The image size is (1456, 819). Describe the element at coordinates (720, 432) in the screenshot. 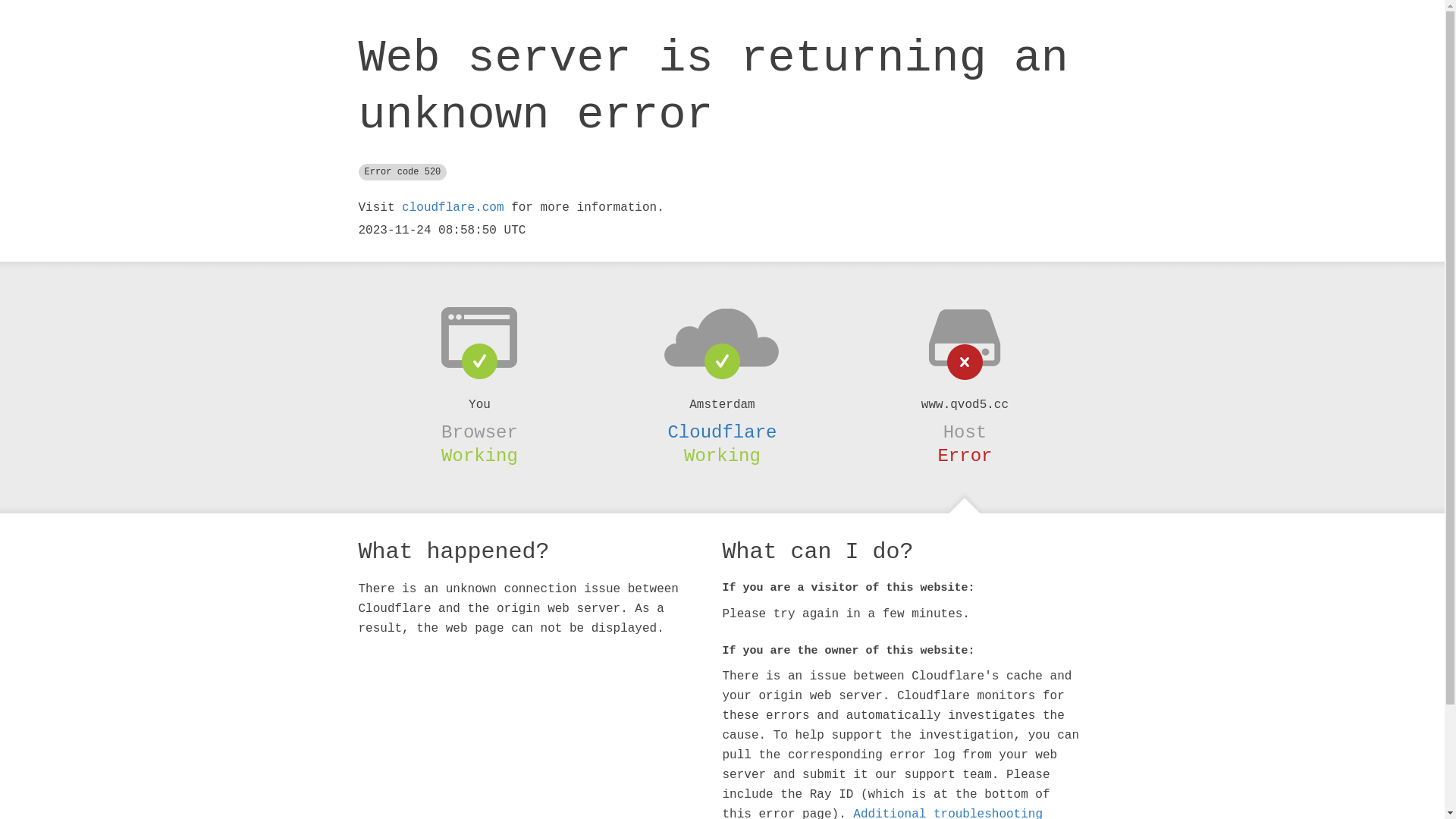

I see `'Cloudflare'` at that location.